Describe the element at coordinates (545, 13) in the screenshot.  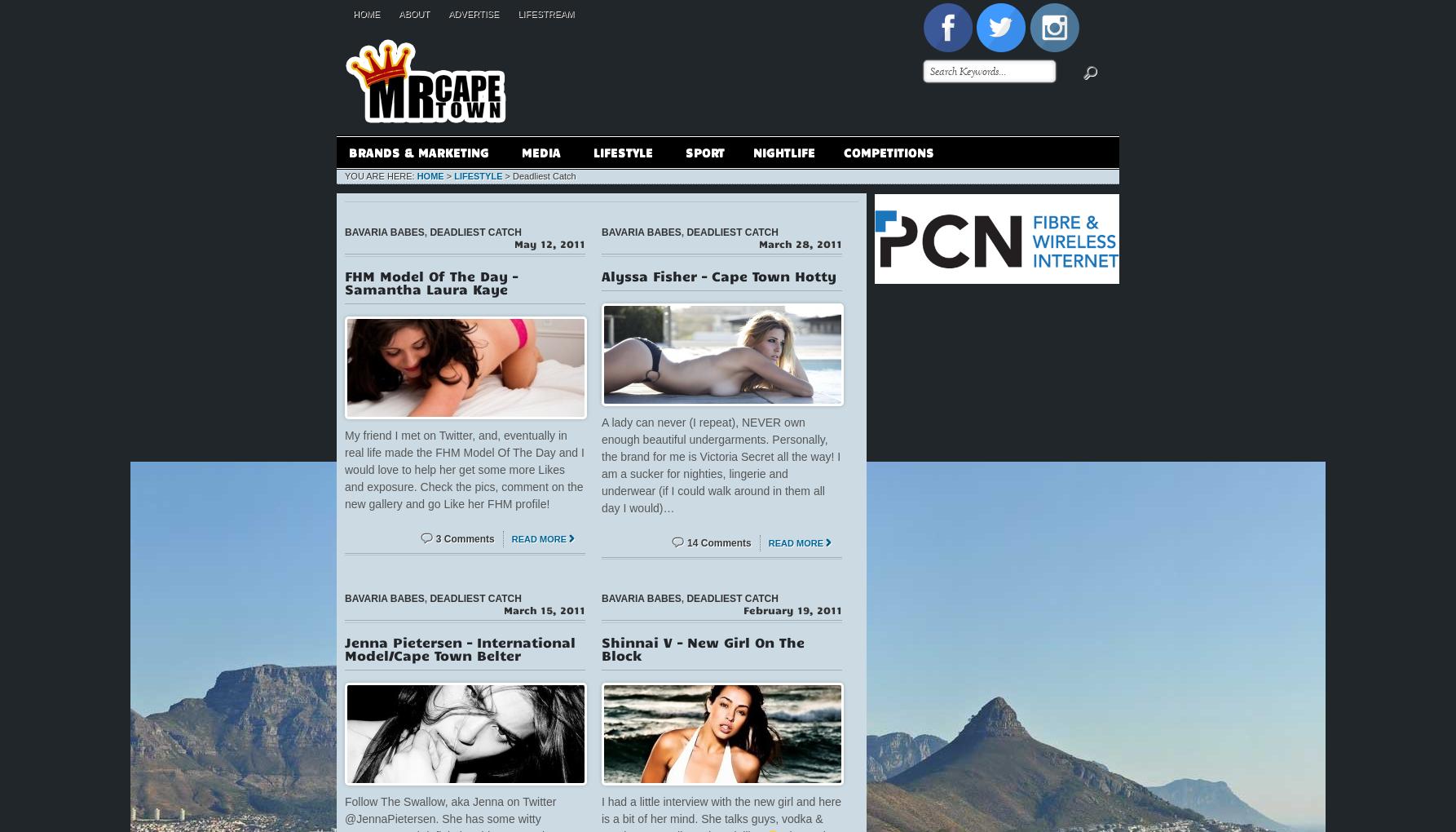
I see `'Lifestream'` at that location.